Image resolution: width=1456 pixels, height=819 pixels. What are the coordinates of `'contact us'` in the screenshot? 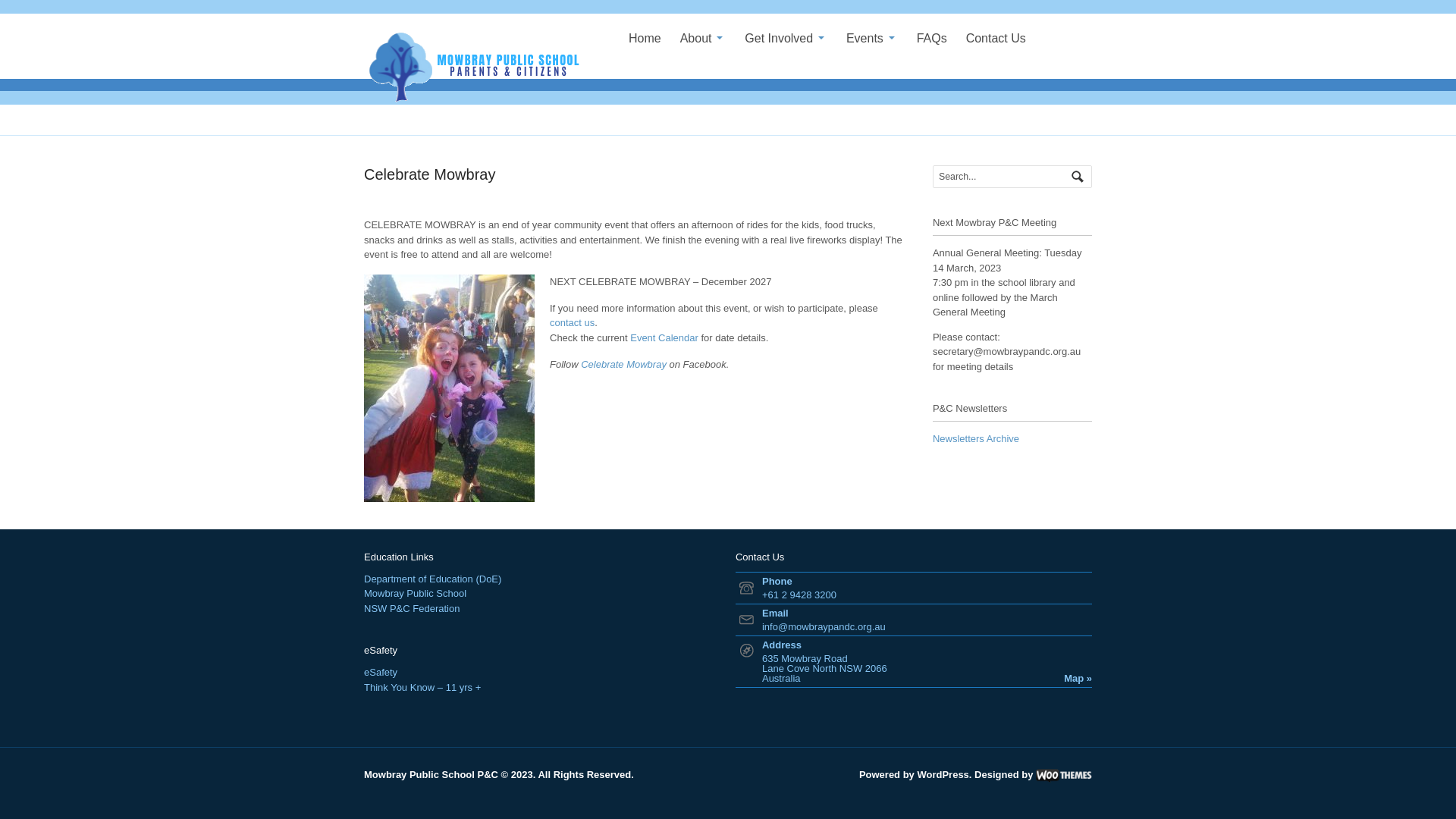 It's located at (571, 322).